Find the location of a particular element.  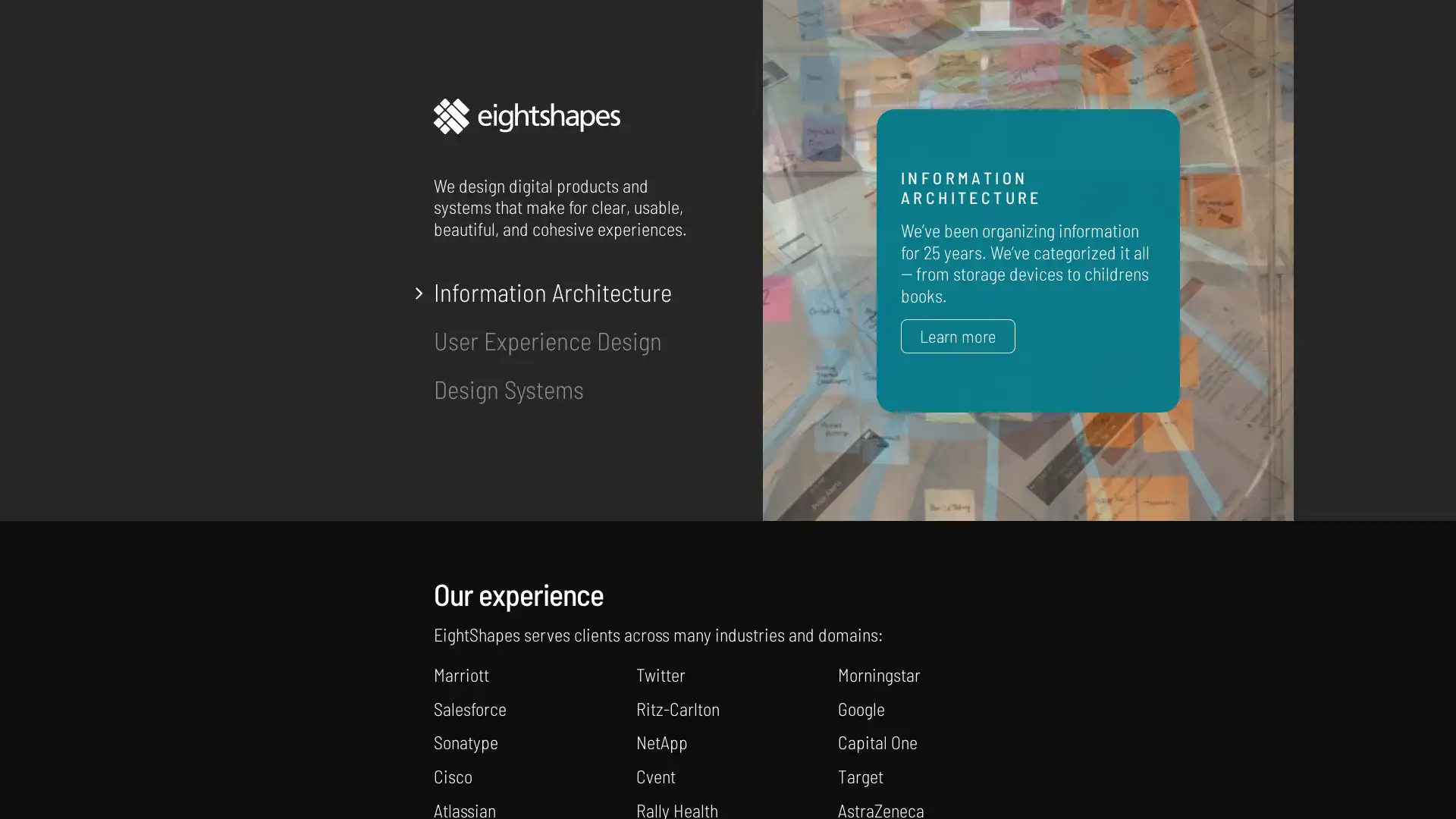

Design Systems is located at coordinates (509, 388).